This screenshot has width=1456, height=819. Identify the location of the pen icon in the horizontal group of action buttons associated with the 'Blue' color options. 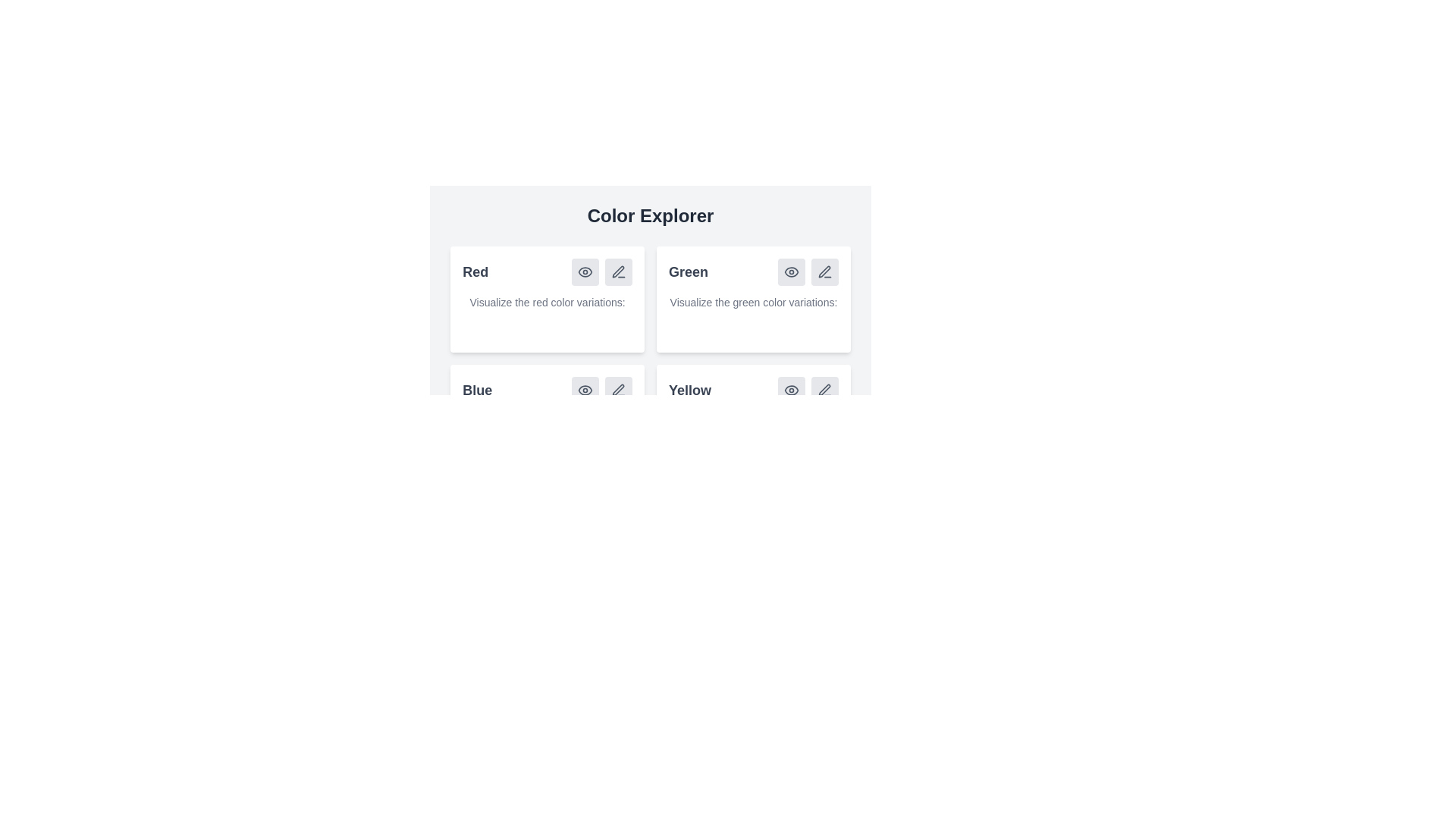
(601, 390).